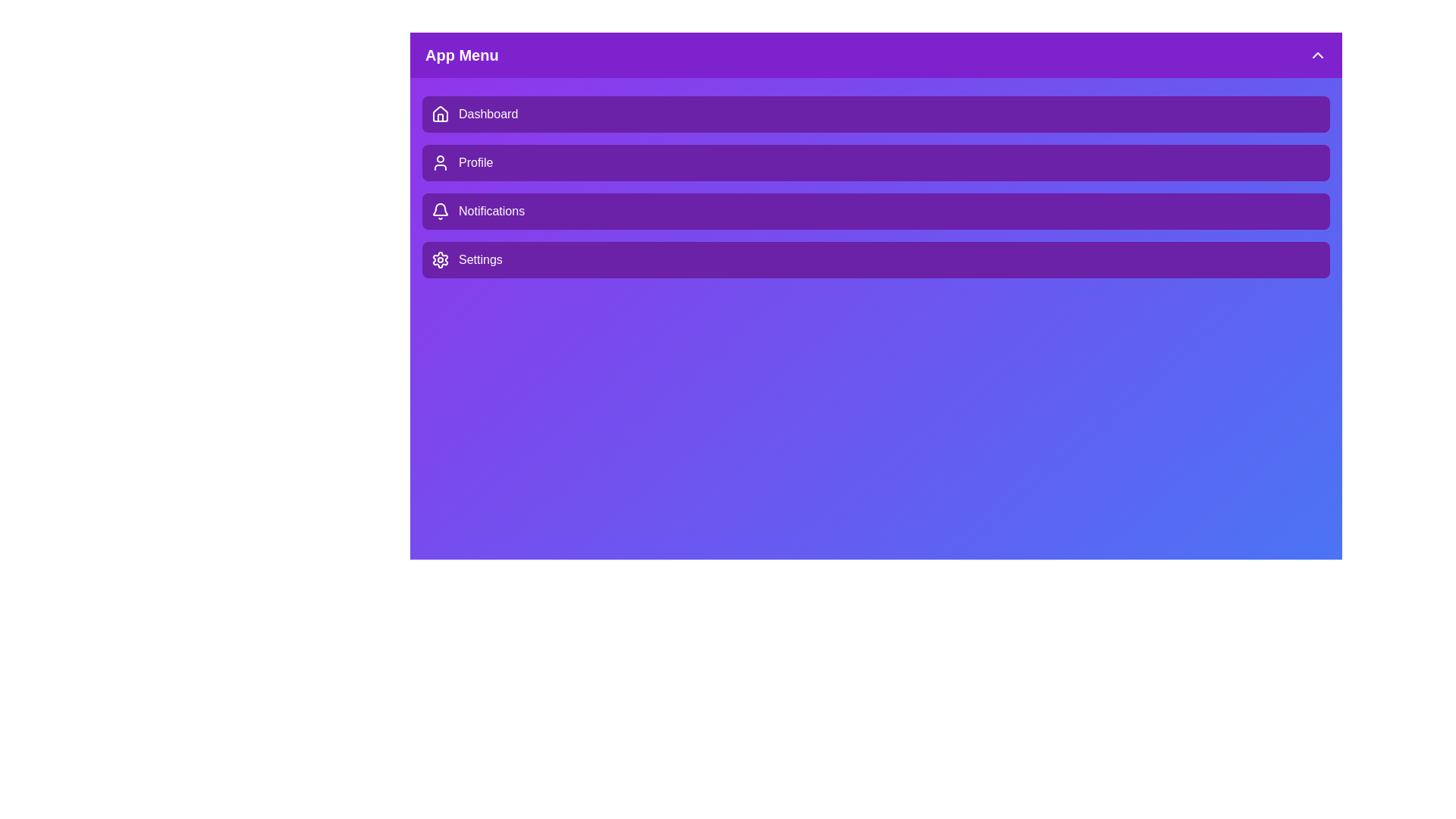 Image resolution: width=1456 pixels, height=819 pixels. Describe the element at coordinates (1316, 55) in the screenshot. I see `the ChevronDown icon to collapse the menu` at that location.